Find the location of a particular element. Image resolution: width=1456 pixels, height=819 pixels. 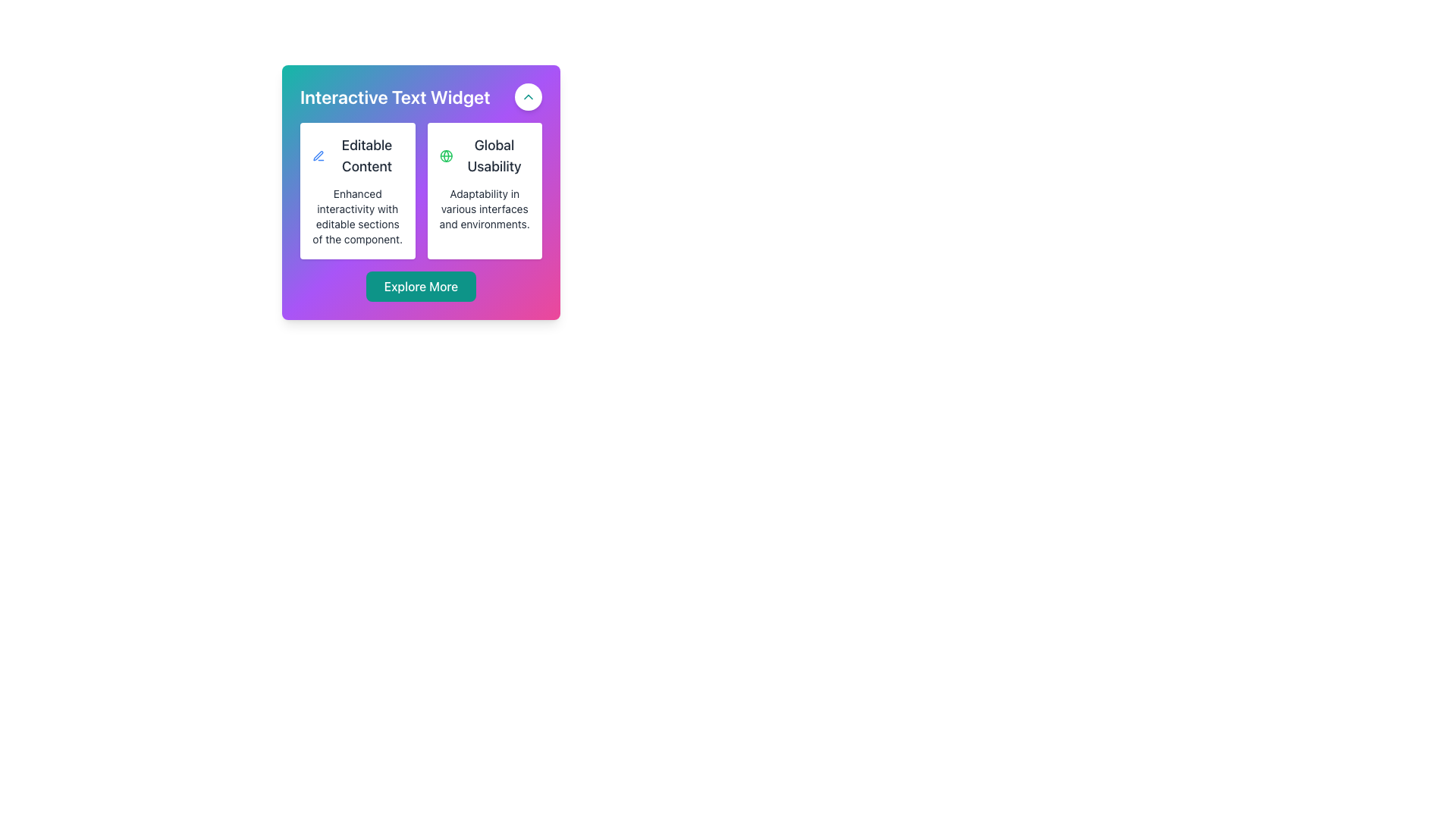

content inside the Information Card labeled 'Global Usability', which contains a green globe icon, a bold title, and a description about adaptability in various interfaces and environments is located at coordinates (484, 190).